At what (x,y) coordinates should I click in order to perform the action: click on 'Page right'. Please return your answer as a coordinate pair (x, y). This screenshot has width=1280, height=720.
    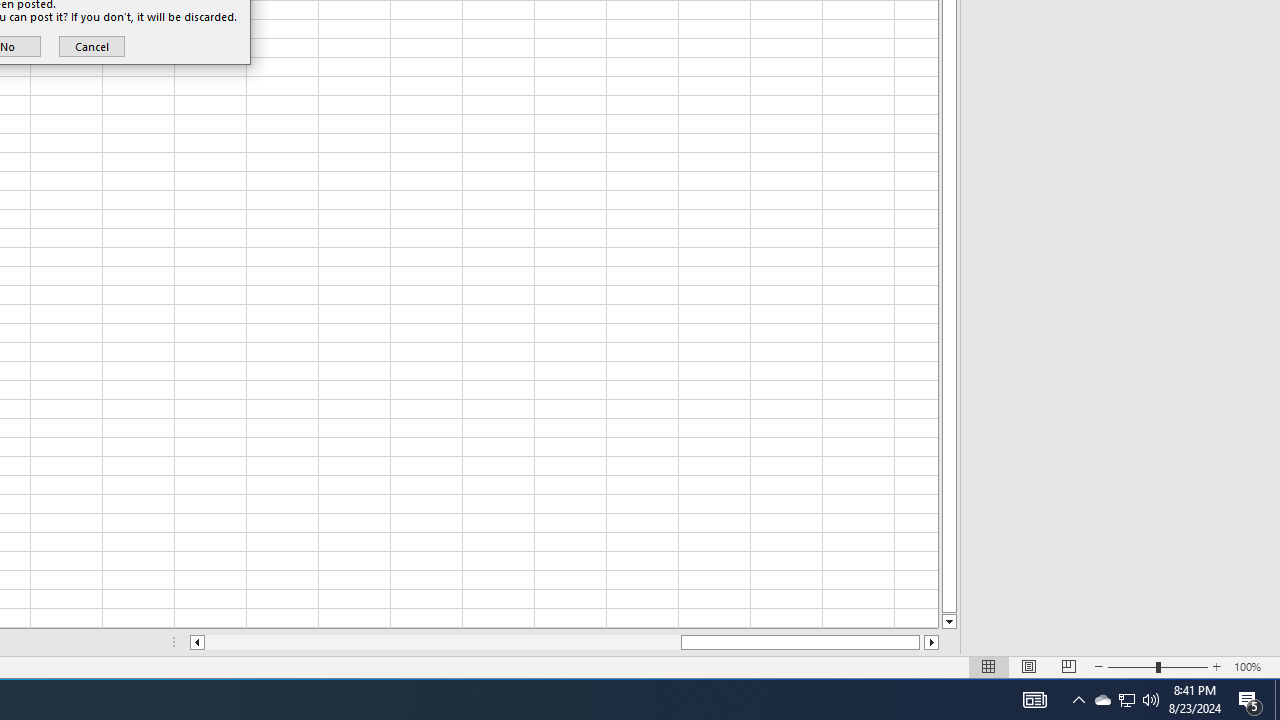
    Looking at the image, I should click on (921, 642).